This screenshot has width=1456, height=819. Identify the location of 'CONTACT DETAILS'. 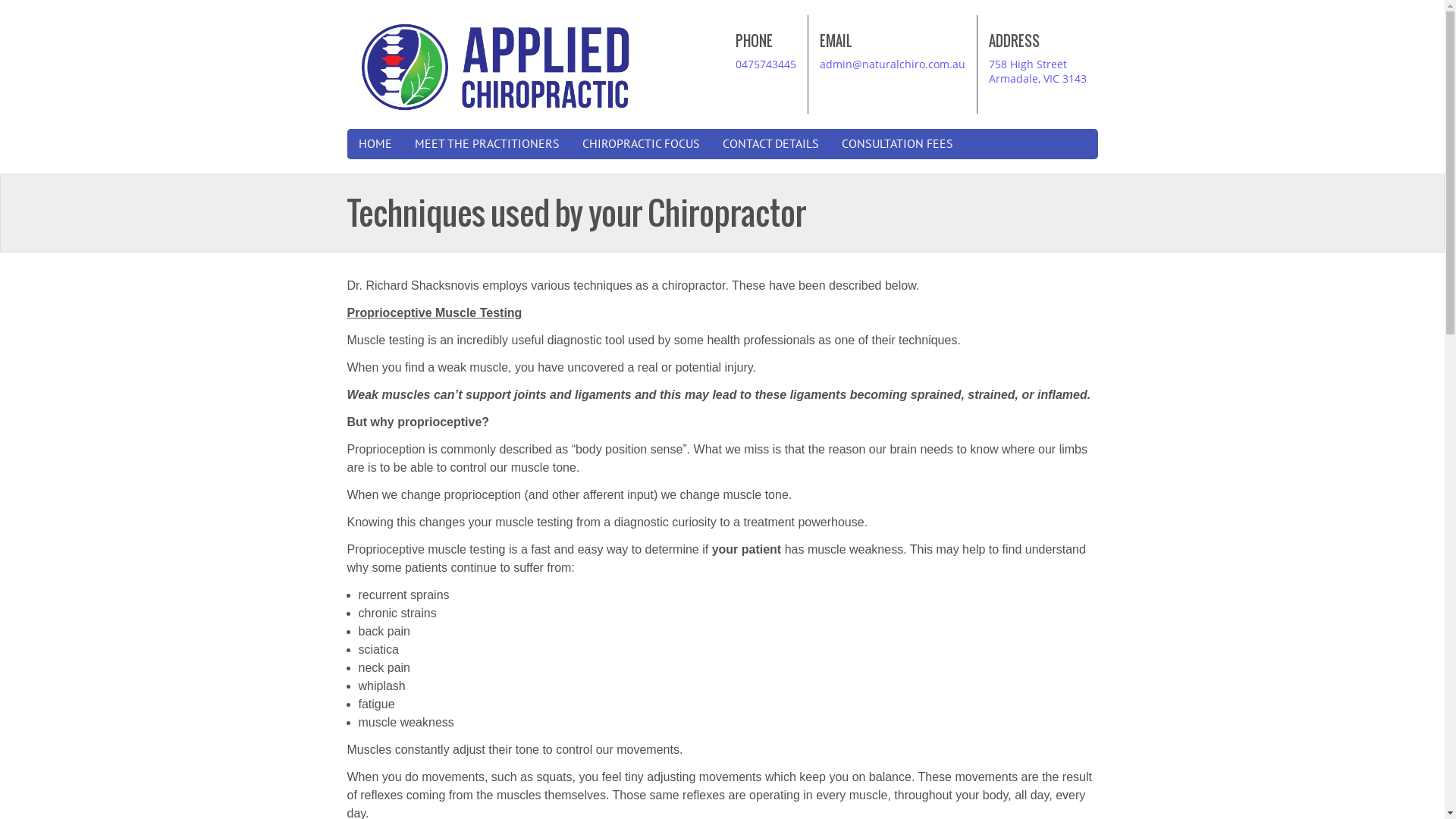
(770, 143).